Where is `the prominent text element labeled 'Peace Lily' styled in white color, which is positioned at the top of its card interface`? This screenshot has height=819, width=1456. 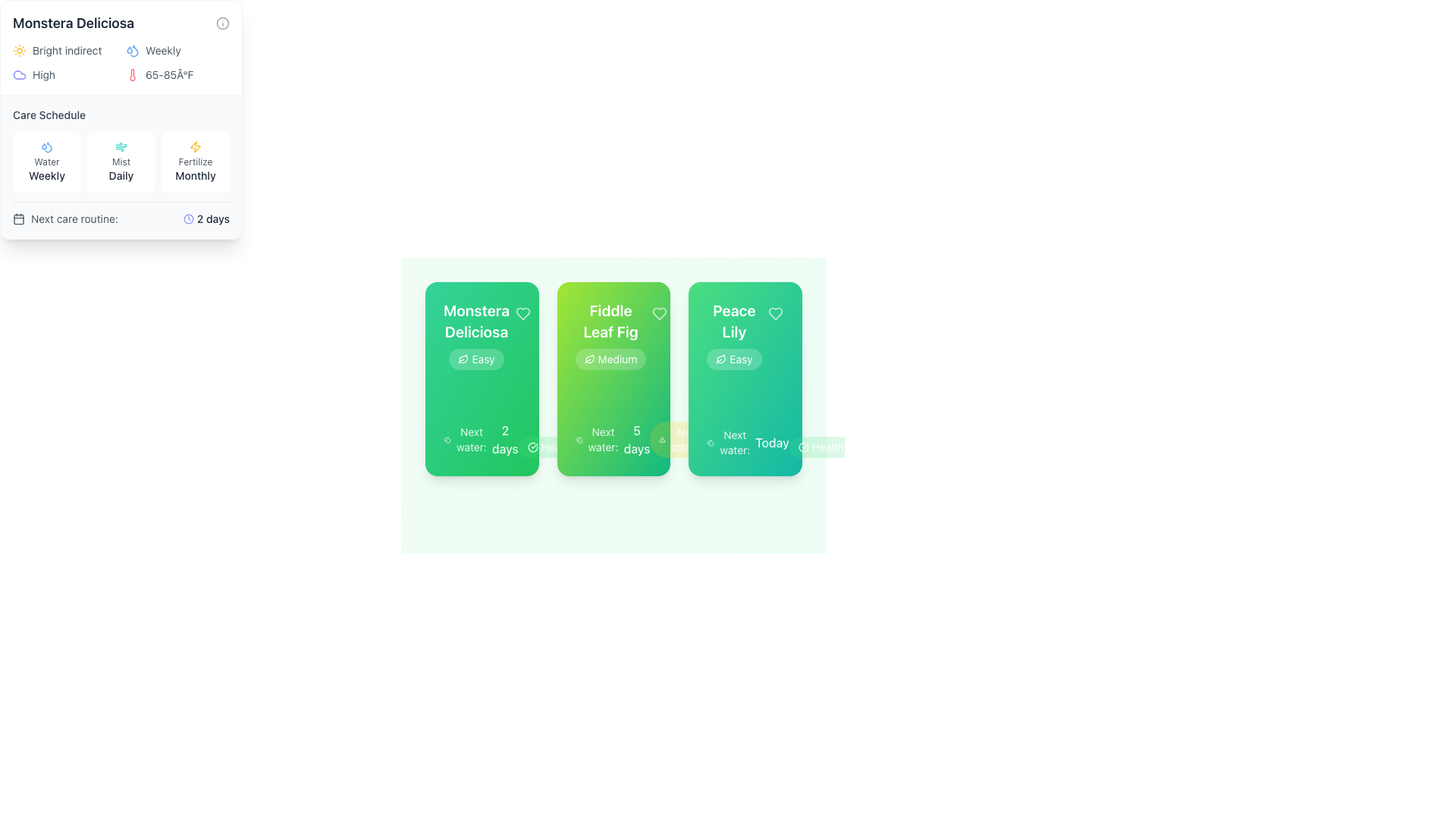 the prominent text element labeled 'Peace Lily' styled in white color, which is positioned at the top of its card interface is located at coordinates (734, 321).